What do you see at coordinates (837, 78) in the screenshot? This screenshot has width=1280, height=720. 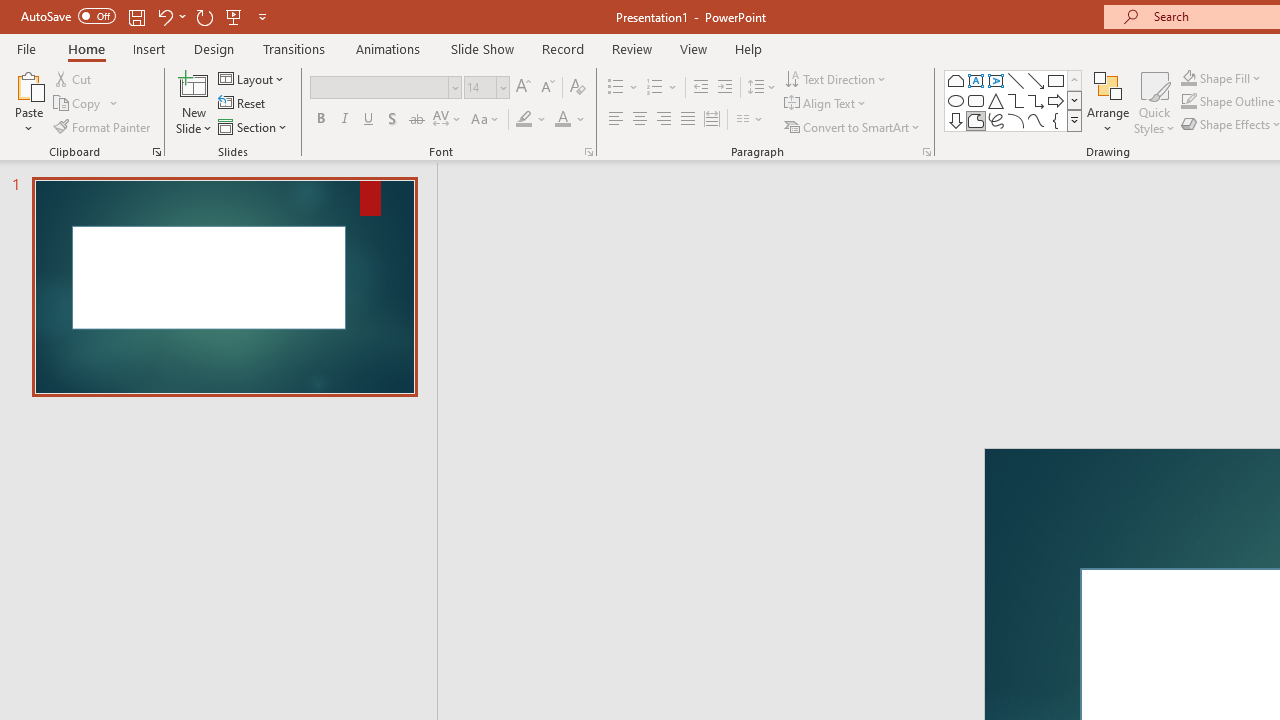 I see `'Text Direction'` at bounding box center [837, 78].